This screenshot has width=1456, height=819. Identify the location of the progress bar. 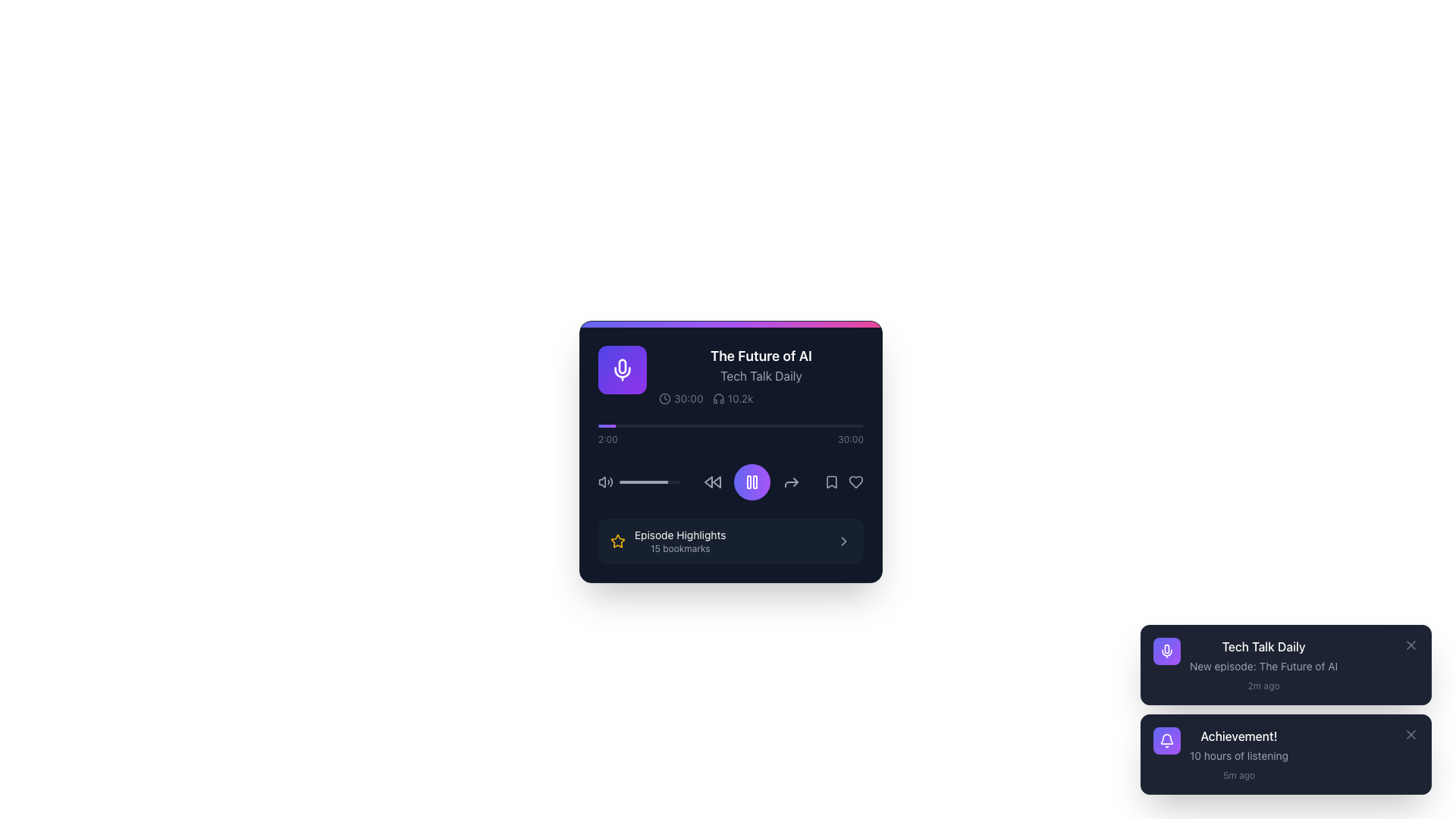
(674, 482).